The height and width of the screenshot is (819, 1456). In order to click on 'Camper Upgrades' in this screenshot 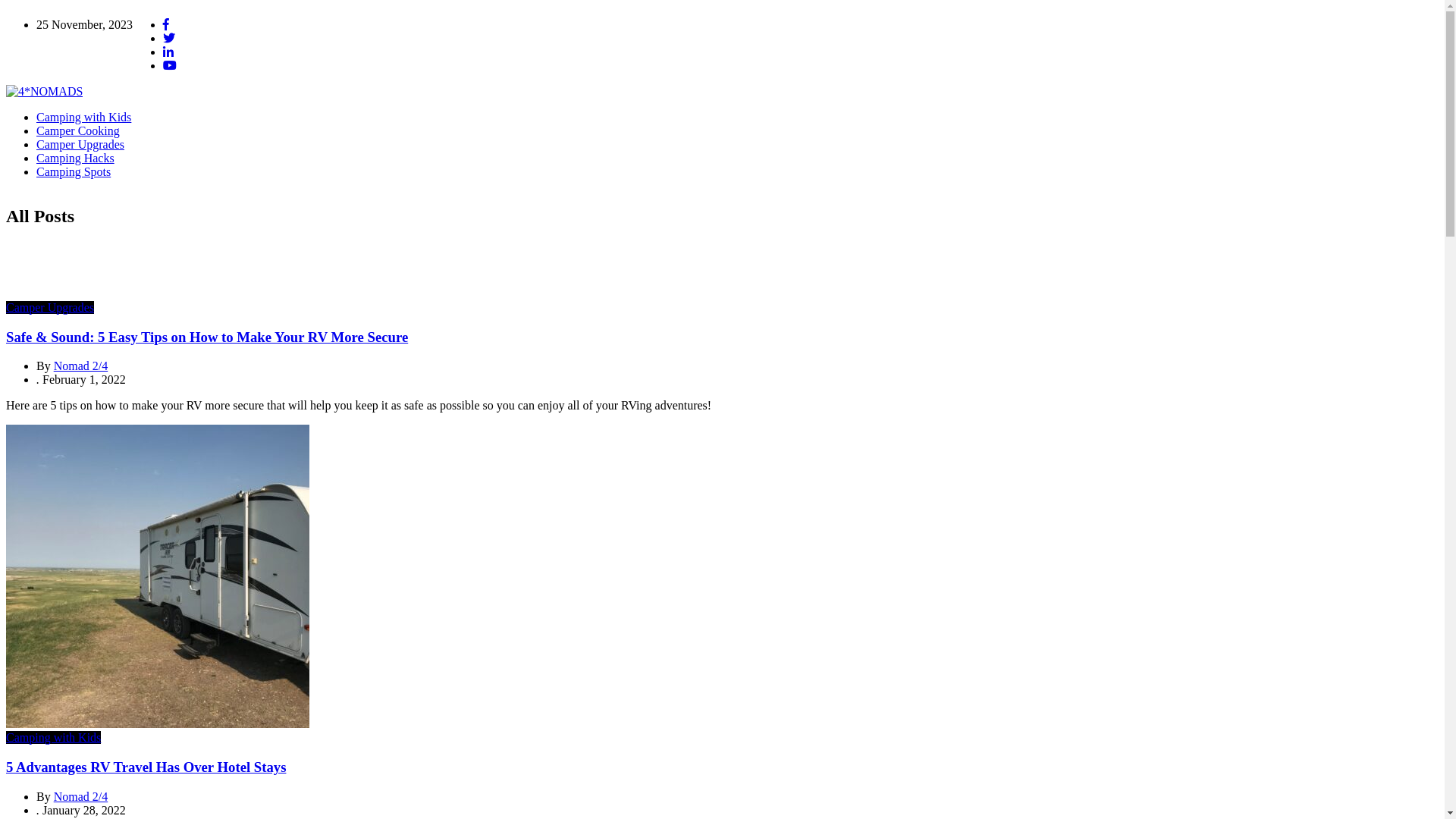, I will do `click(36, 144)`.